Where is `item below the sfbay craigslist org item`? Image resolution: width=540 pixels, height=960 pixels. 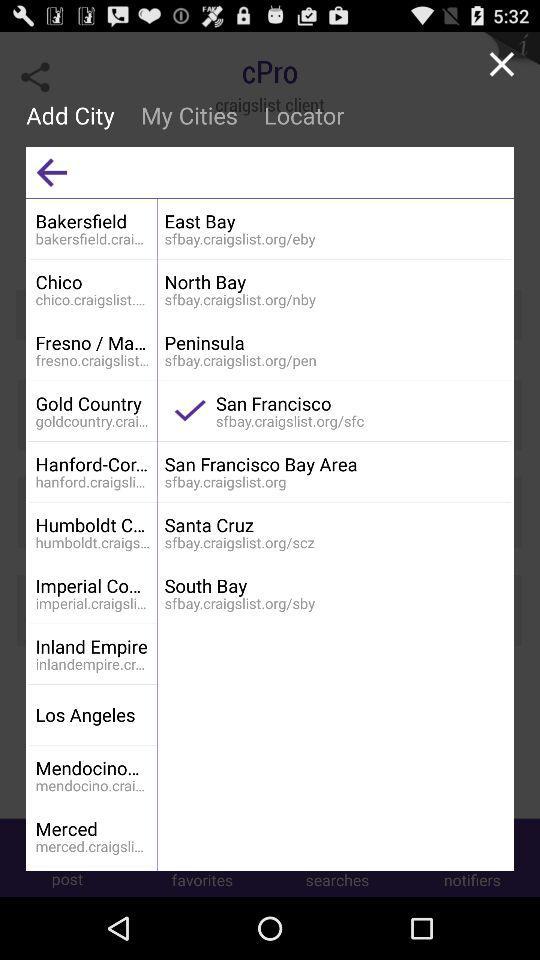
item below the sfbay craigslist org item is located at coordinates (334, 585).